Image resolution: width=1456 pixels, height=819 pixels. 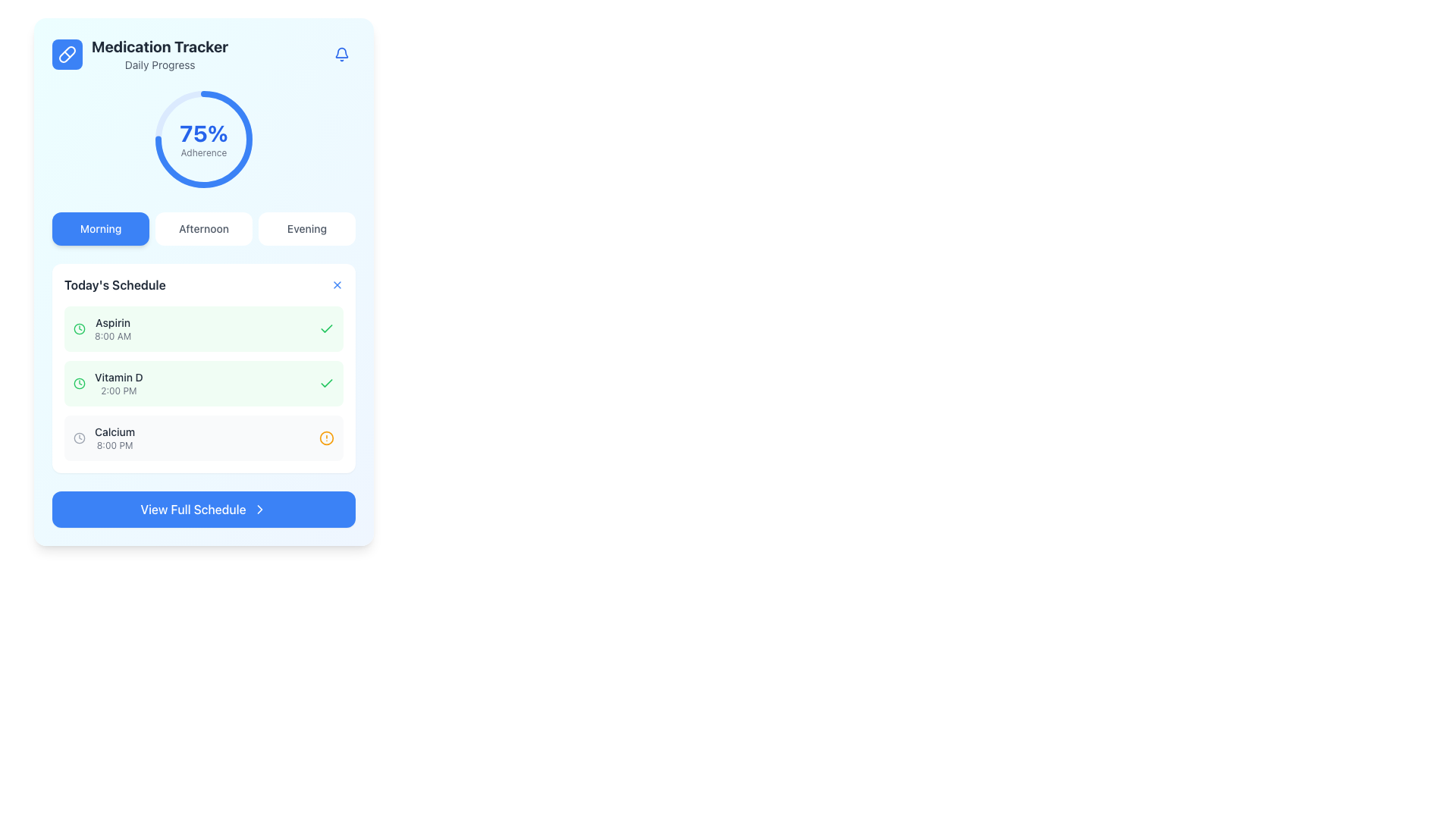 I want to click on the right-pointing chevron icon within the 'View Full Schedule' button, which is styled in white against a blue background, so click(x=259, y=509).